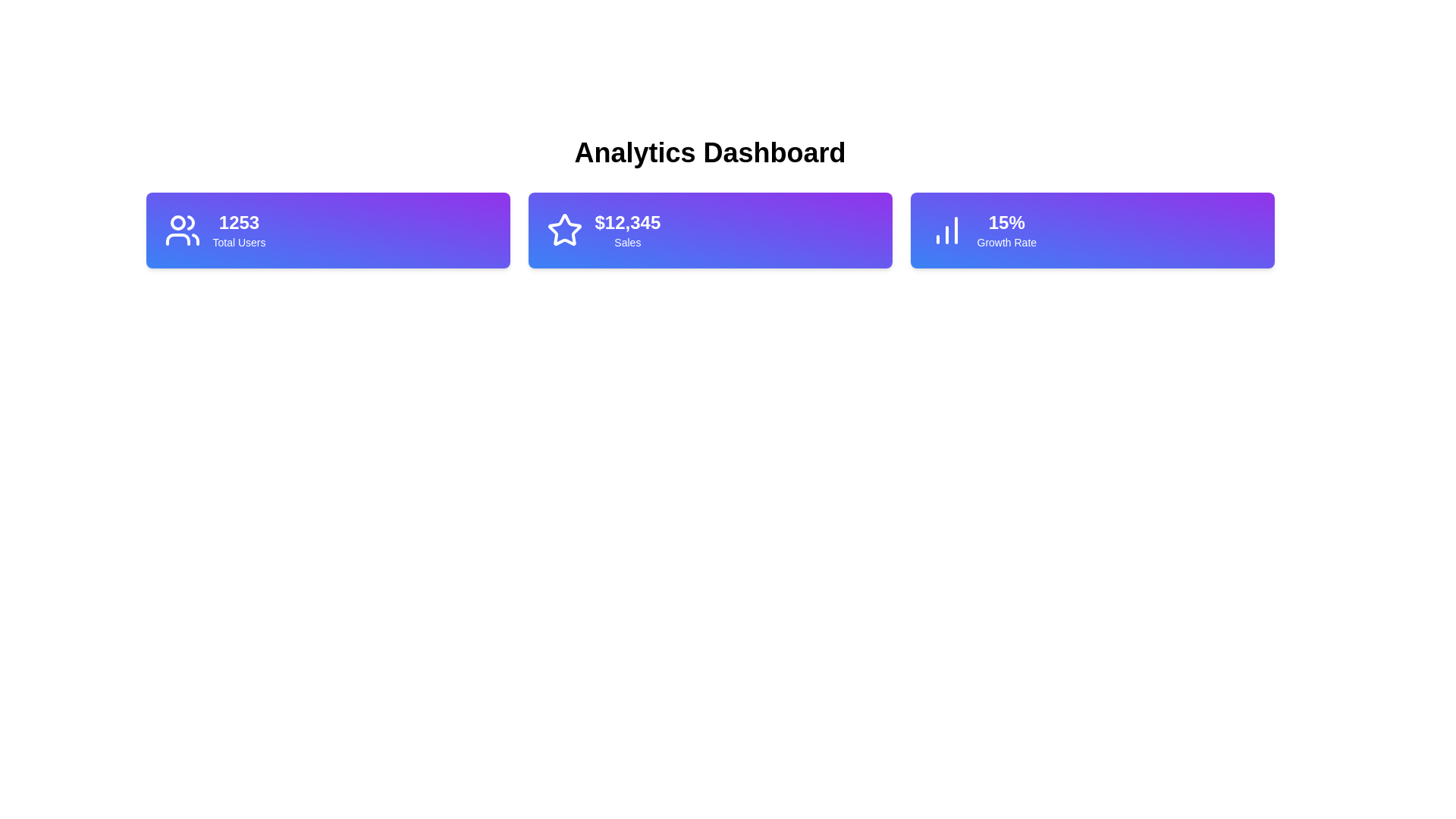 This screenshot has width=1456, height=819. I want to click on the 'Total Users' text label located below the number '1253' in the first blue gradient card, so click(238, 242).